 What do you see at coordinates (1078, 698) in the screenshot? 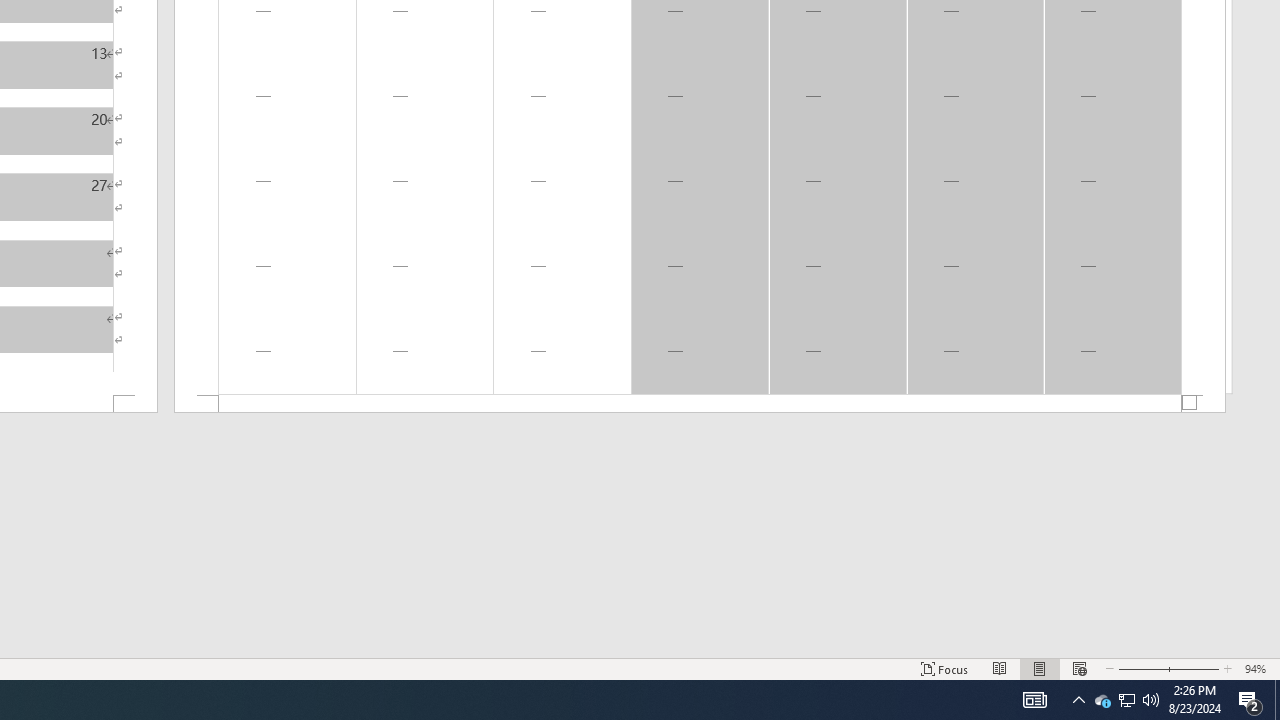
I see `'Notification Chevron'` at bounding box center [1078, 698].